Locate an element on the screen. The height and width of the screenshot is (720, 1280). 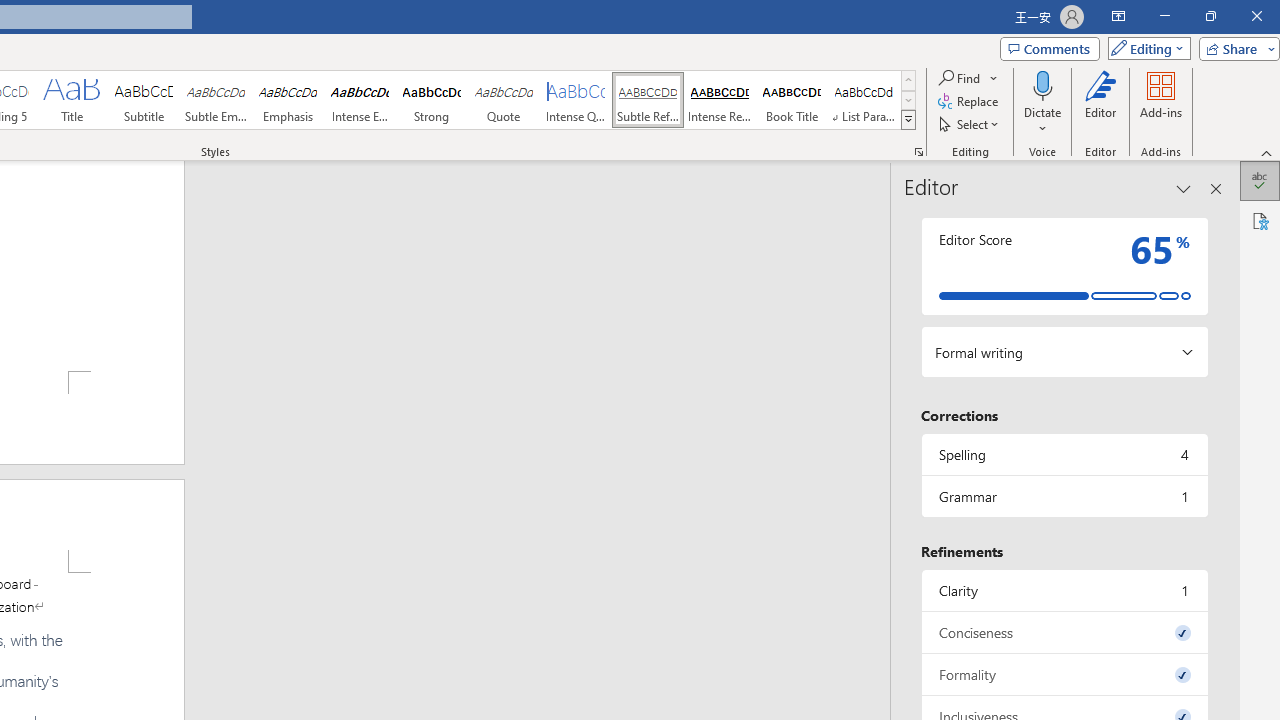
'Spelling, 4 issues. Press space or enter to review items.' is located at coordinates (1063, 454).